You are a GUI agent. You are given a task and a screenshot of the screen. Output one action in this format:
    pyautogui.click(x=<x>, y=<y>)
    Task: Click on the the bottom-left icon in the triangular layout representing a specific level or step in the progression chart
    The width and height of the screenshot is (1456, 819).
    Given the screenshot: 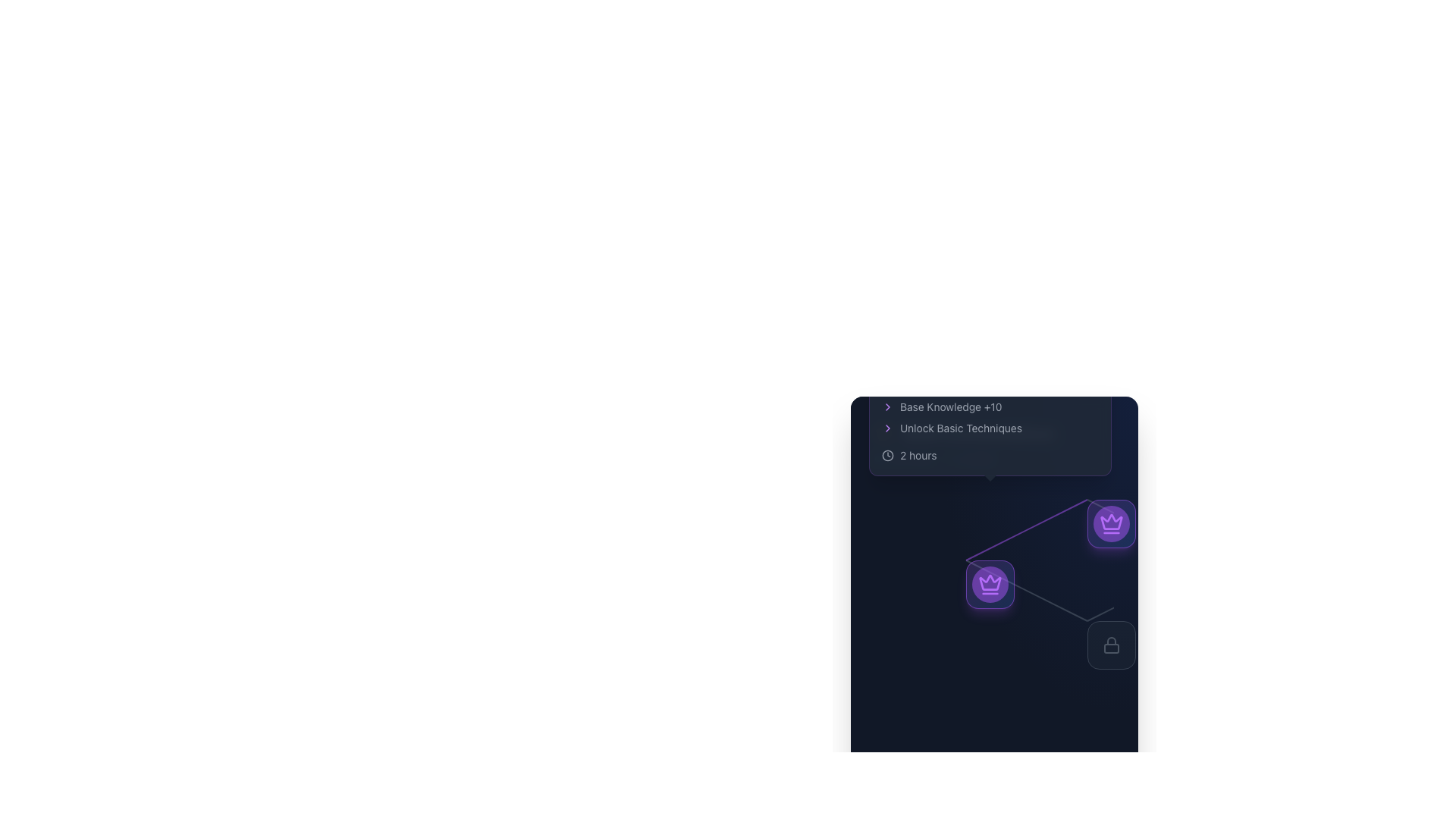 What is the action you would take?
    pyautogui.click(x=990, y=584)
    